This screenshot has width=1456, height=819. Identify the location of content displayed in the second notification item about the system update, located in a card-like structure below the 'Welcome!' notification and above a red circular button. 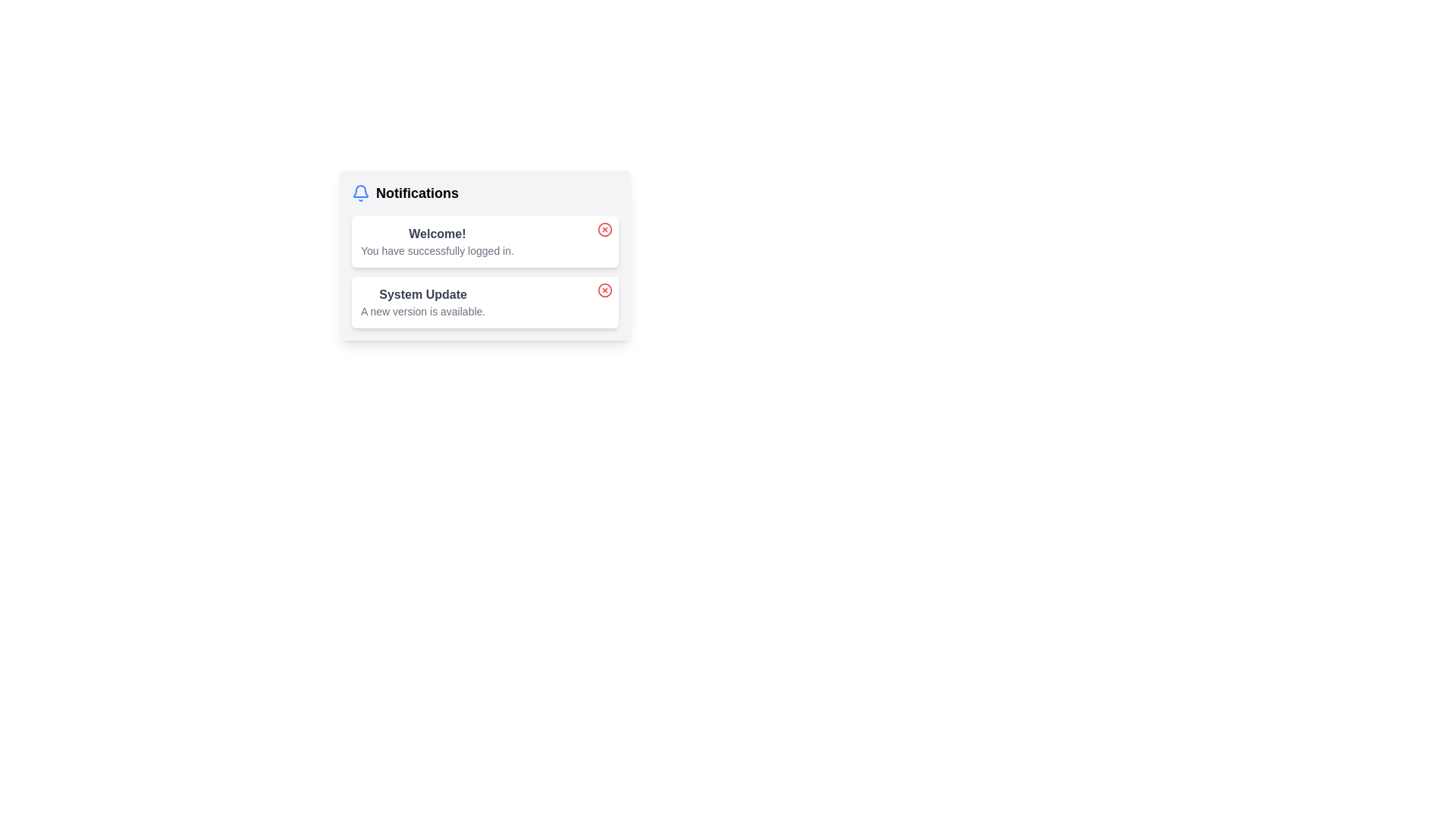
(423, 302).